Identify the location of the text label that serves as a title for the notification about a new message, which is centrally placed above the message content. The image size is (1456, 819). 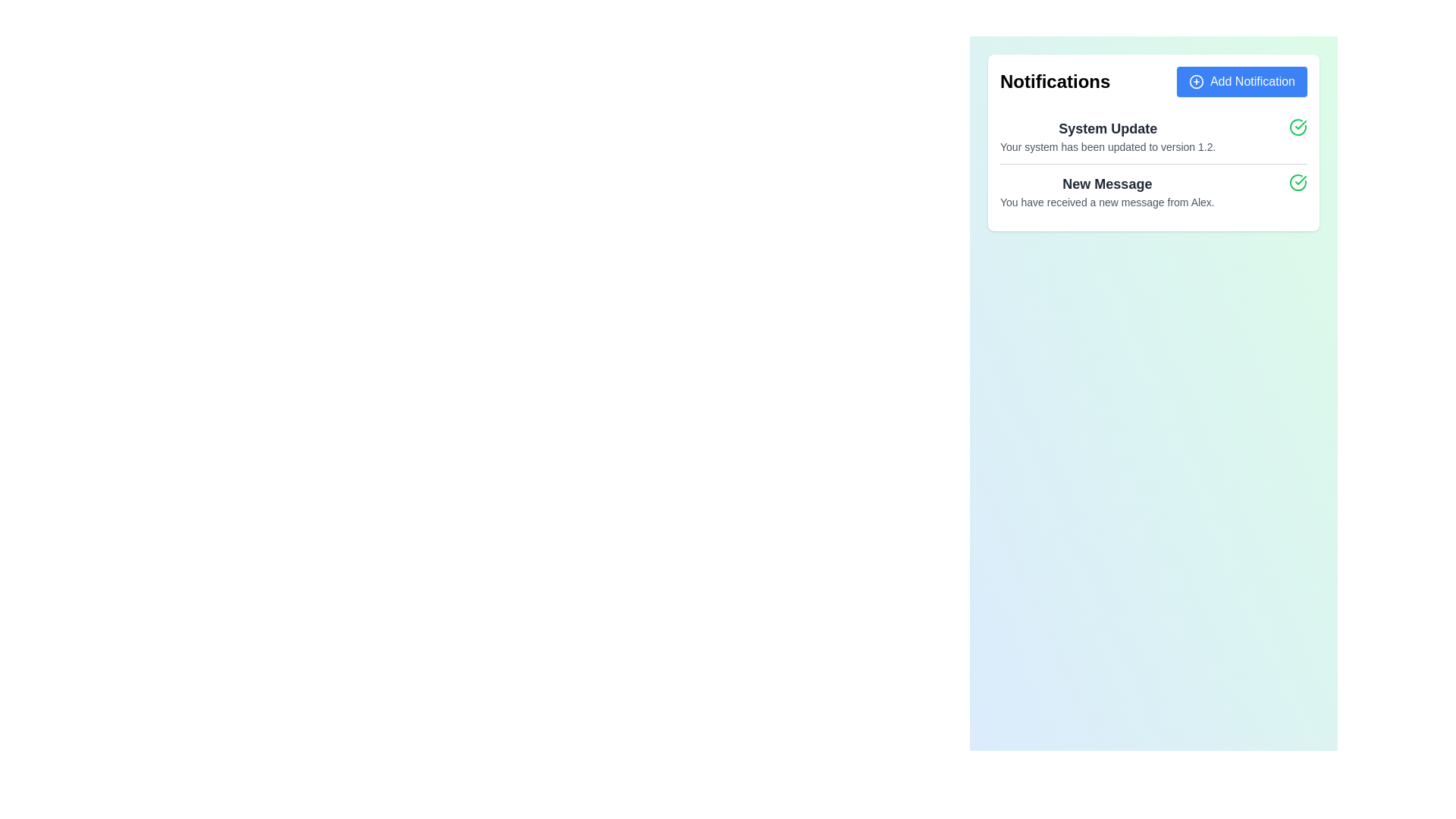
(1107, 184).